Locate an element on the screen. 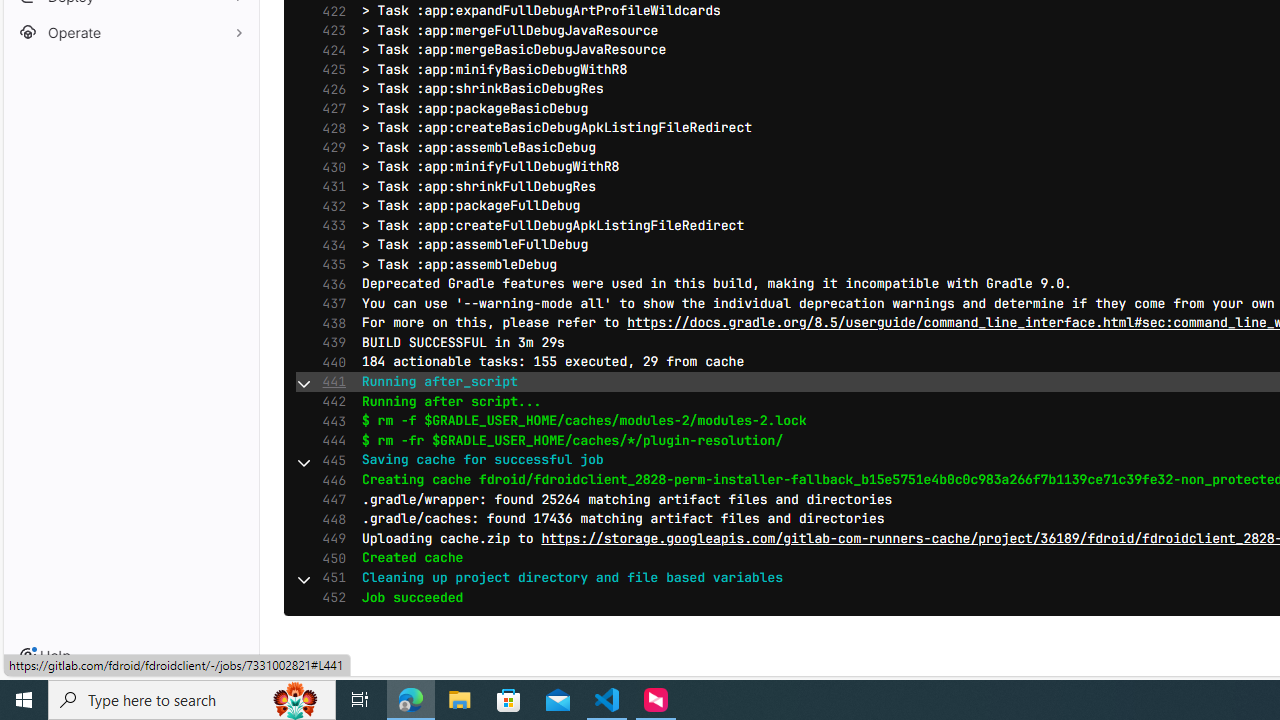  '426' is located at coordinates (329, 88).